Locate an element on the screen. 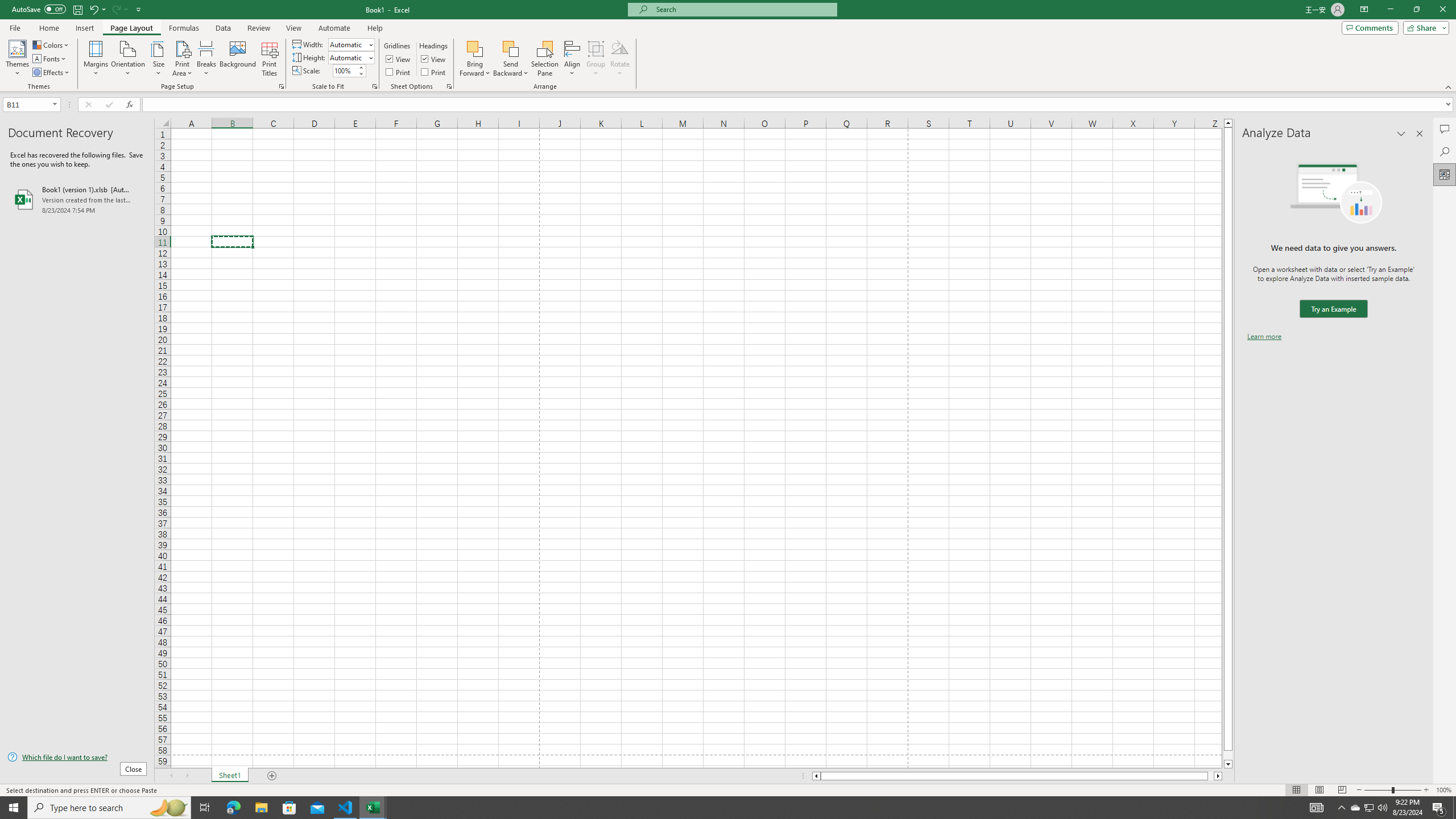  'Page down' is located at coordinates (1228, 755).